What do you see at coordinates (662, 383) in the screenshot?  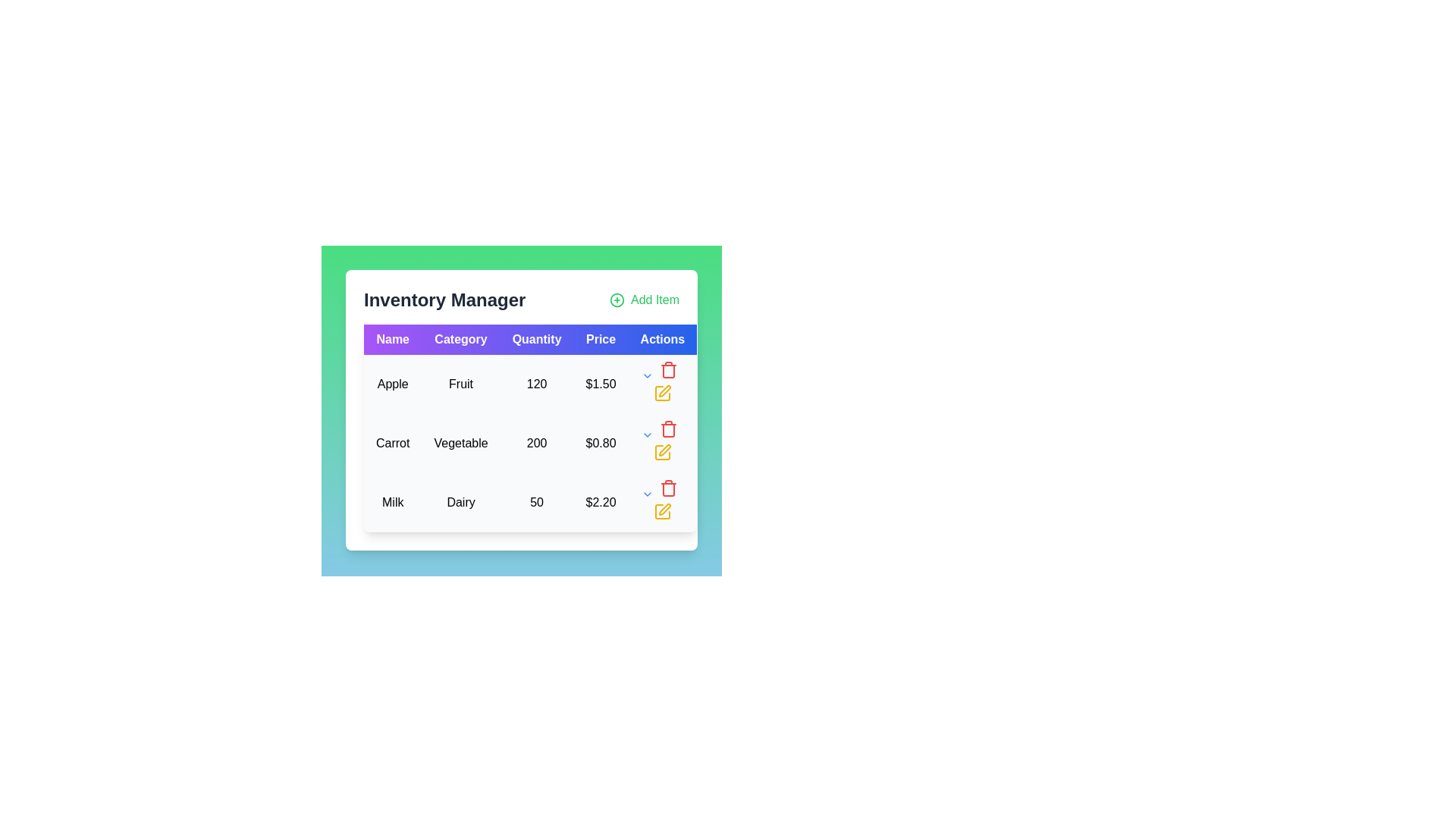 I see `the edit icon button in the 'Actions' column of the first row` at bounding box center [662, 383].